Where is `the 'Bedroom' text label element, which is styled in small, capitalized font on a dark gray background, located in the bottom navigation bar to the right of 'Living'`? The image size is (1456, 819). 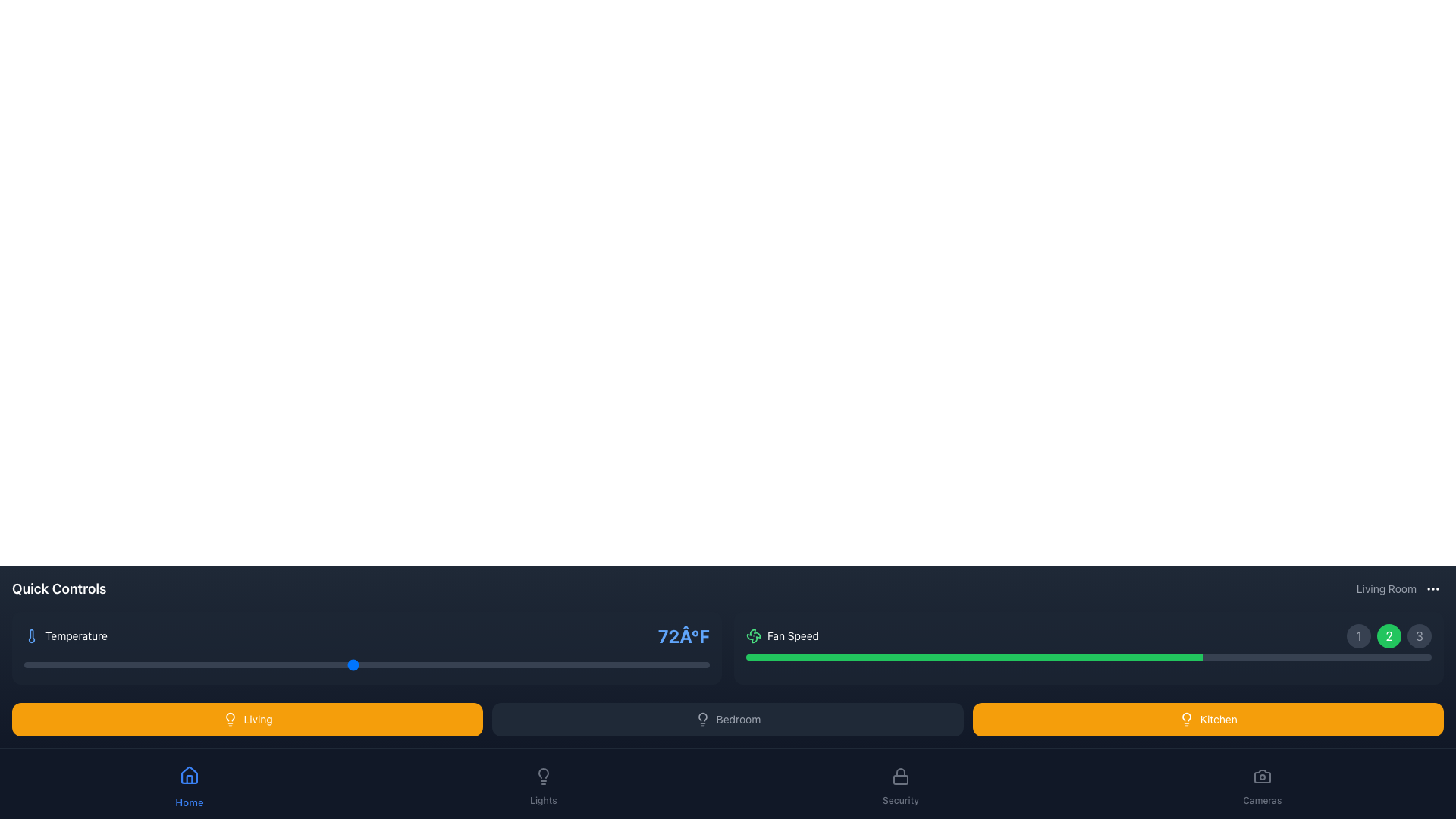 the 'Bedroom' text label element, which is styled in small, capitalized font on a dark gray background, located in the bottom navigation bar to the right of 'Living' is located at coordinates (739, 718).